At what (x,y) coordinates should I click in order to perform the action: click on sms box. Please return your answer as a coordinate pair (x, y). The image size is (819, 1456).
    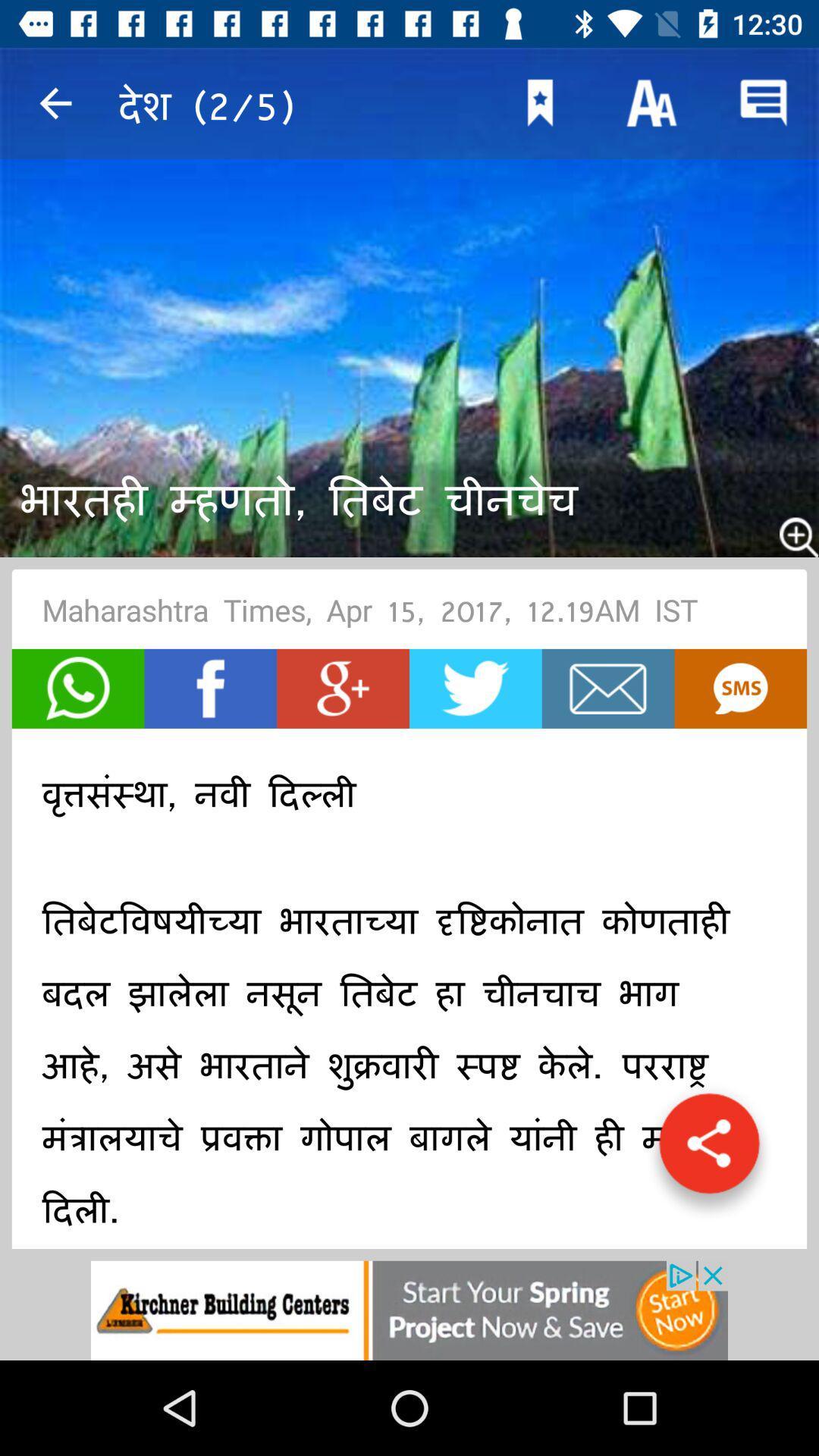
    Looking at the image, I should click on (739, 688).